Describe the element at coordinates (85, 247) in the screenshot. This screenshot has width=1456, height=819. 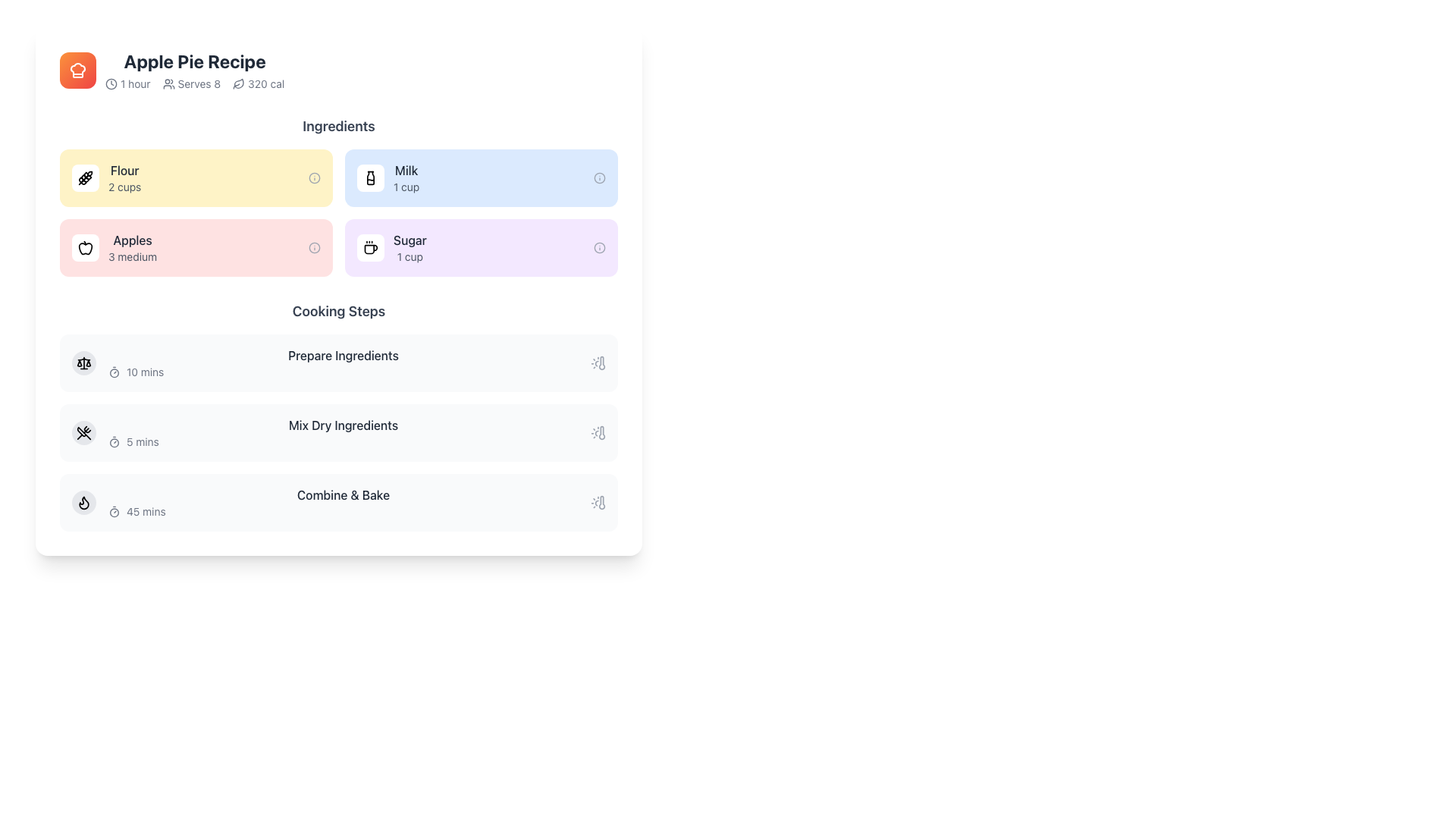
I see `the stylized apple icon located in the pink-colored 'Apples 3 medium' section under the 'Ingredients' heading in the recipe interface` at that location.